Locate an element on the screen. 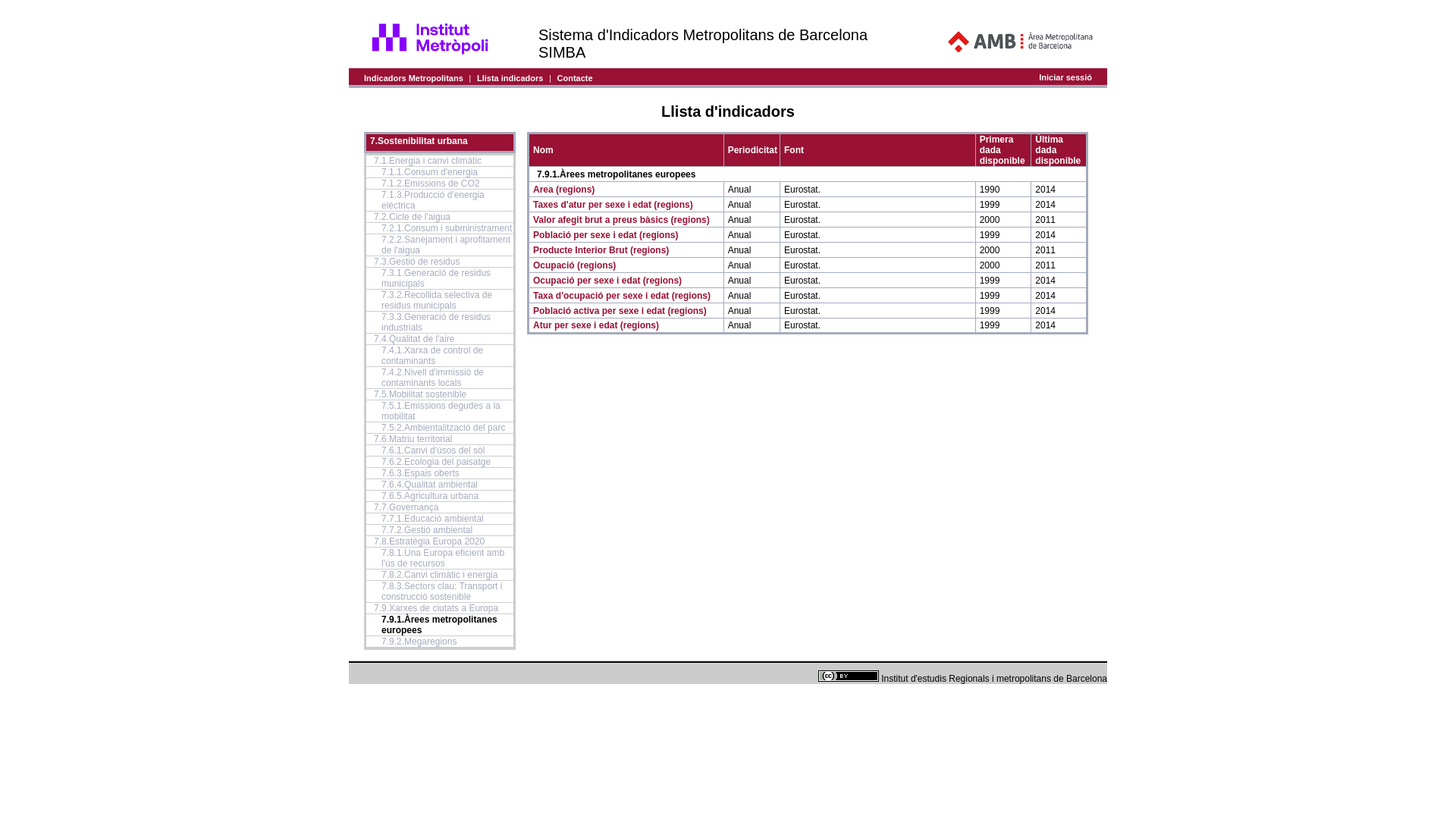 This screenshot has width=1456, height=819. 'Contacte' is located at coordinates (574, 77).